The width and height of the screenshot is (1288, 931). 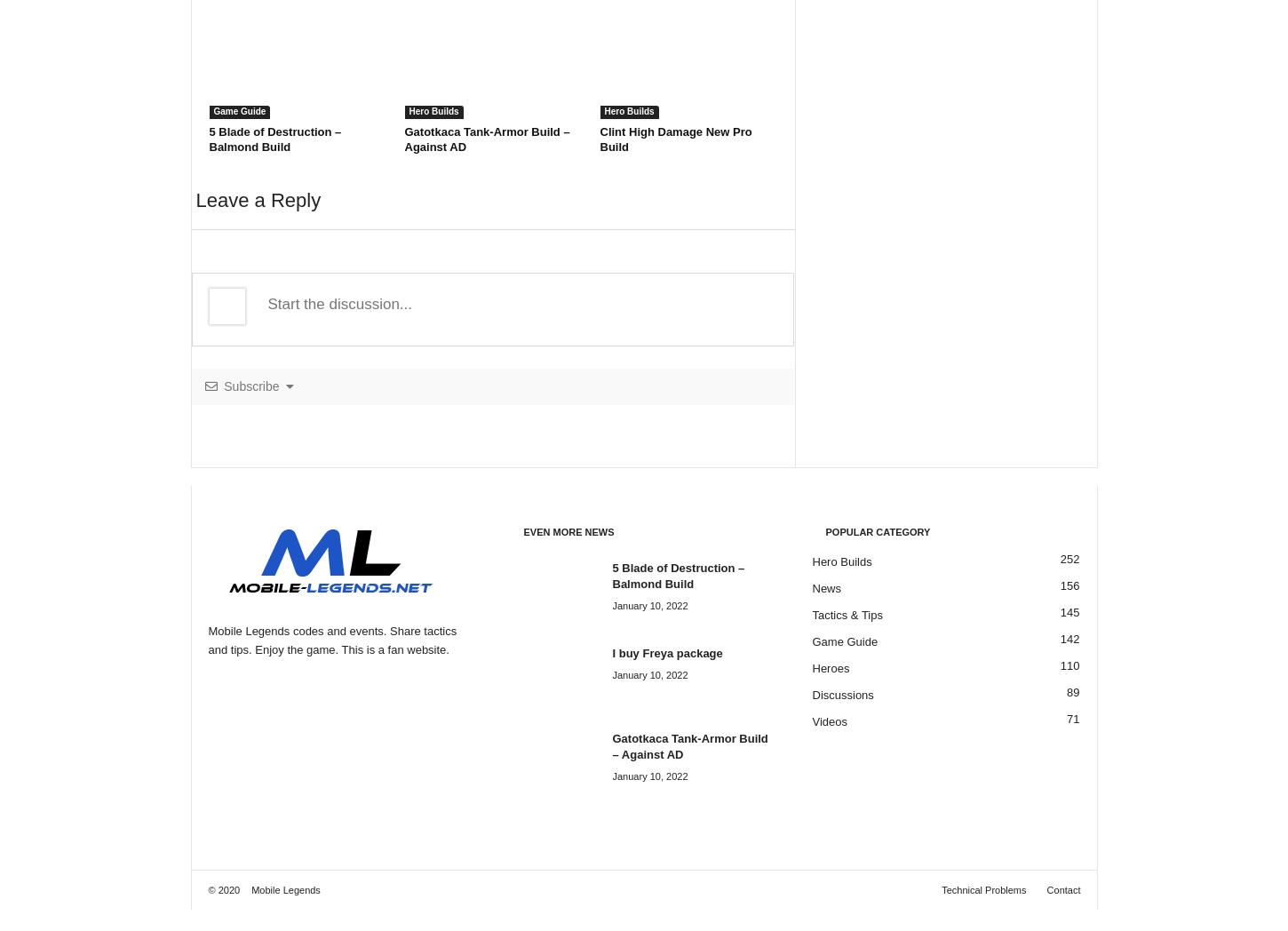 What do you see at coordinates (828, 720) in the screenshot?
I see `'Videos'` at bounding box center [828, 720].